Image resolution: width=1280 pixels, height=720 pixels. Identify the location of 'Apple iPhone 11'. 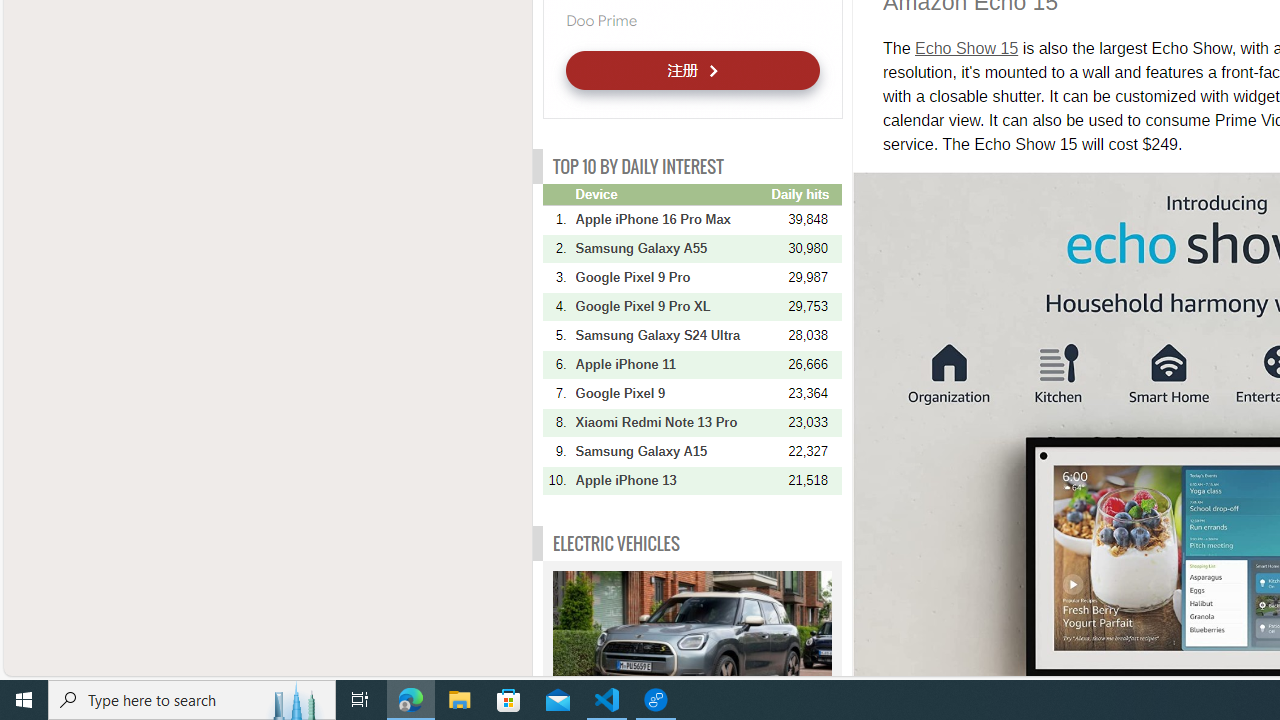
(671, 364).